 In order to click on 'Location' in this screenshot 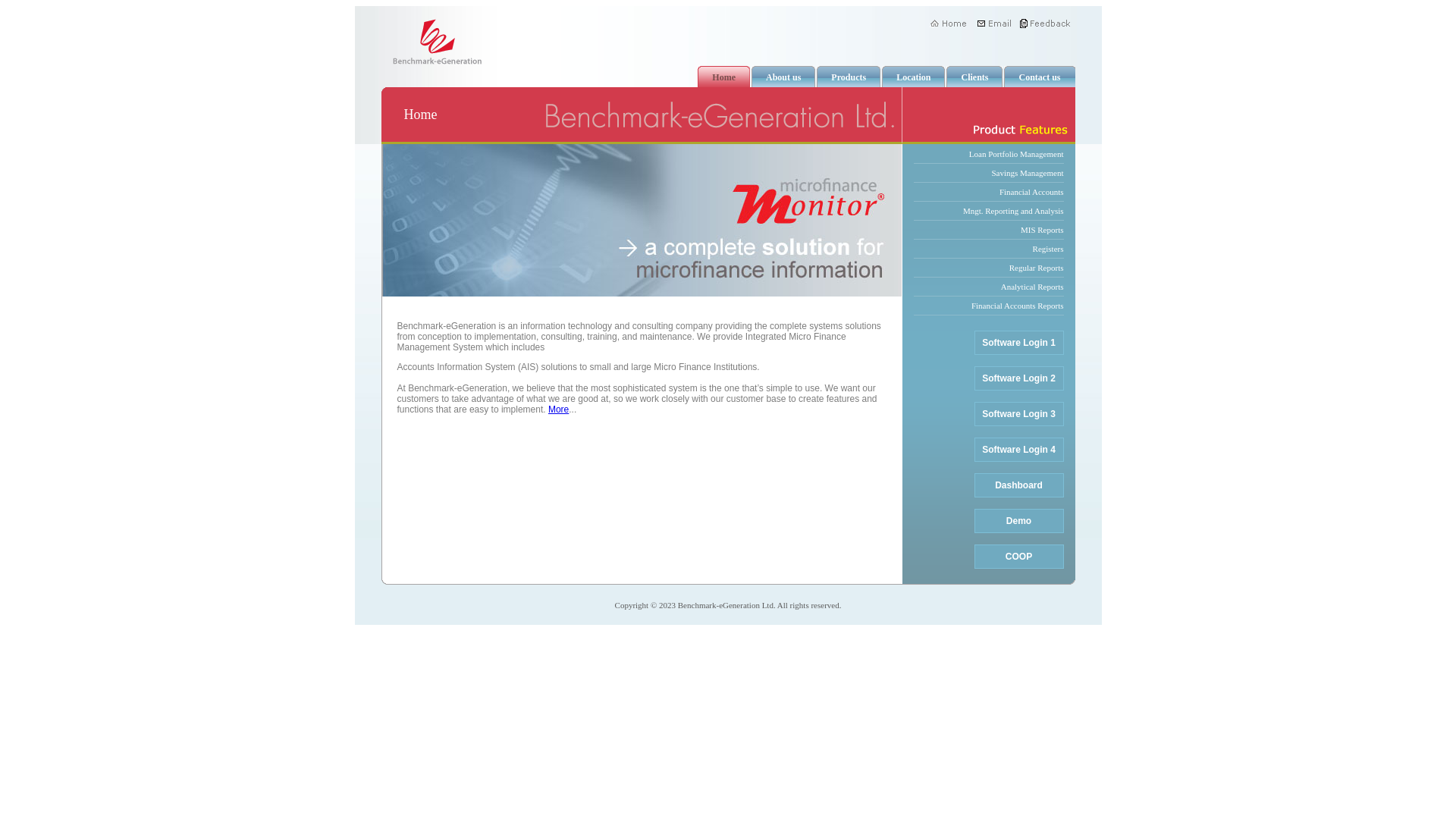, I will do `click(916, 77)`.